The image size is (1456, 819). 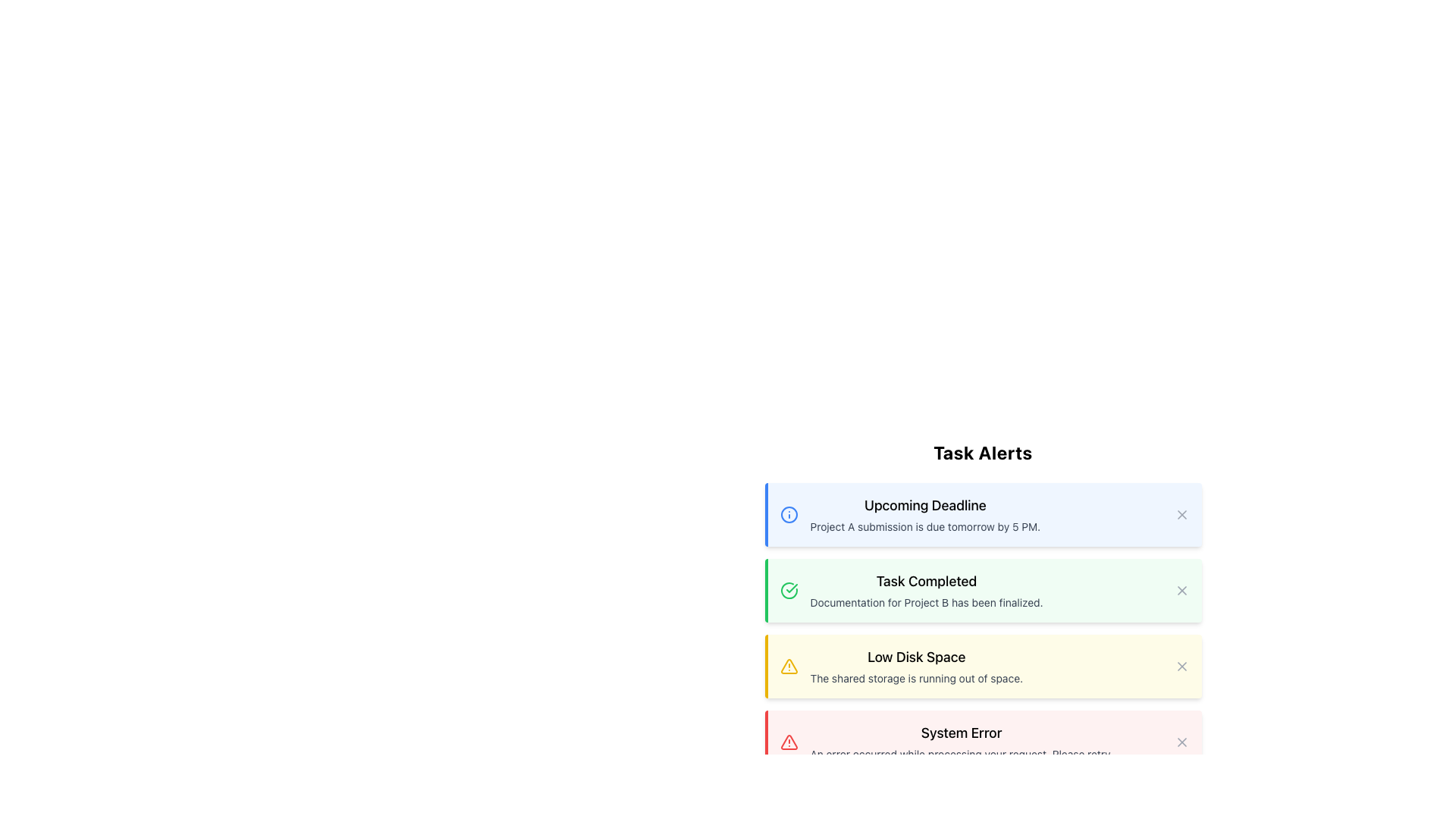 I want to click on the warning icon indicating low disk space, located at the top-left corner of the 'Low Disk Space' alert block, part of the third alert in the task alerts list, so click(x=789, y=666).